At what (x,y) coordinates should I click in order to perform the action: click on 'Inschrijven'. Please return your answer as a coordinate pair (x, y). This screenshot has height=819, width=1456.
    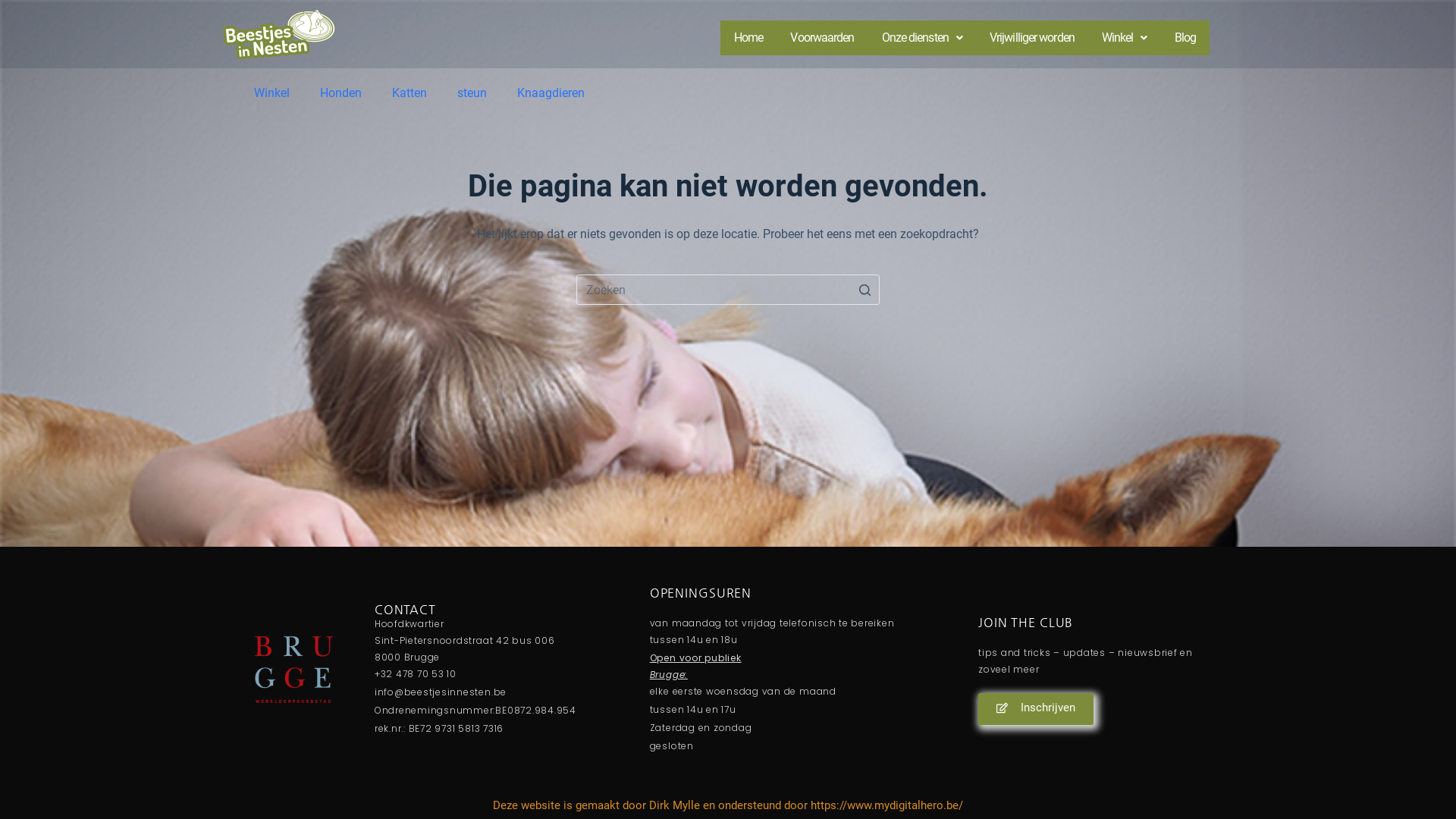
    Looking at the image, I should click on (1035, 708).